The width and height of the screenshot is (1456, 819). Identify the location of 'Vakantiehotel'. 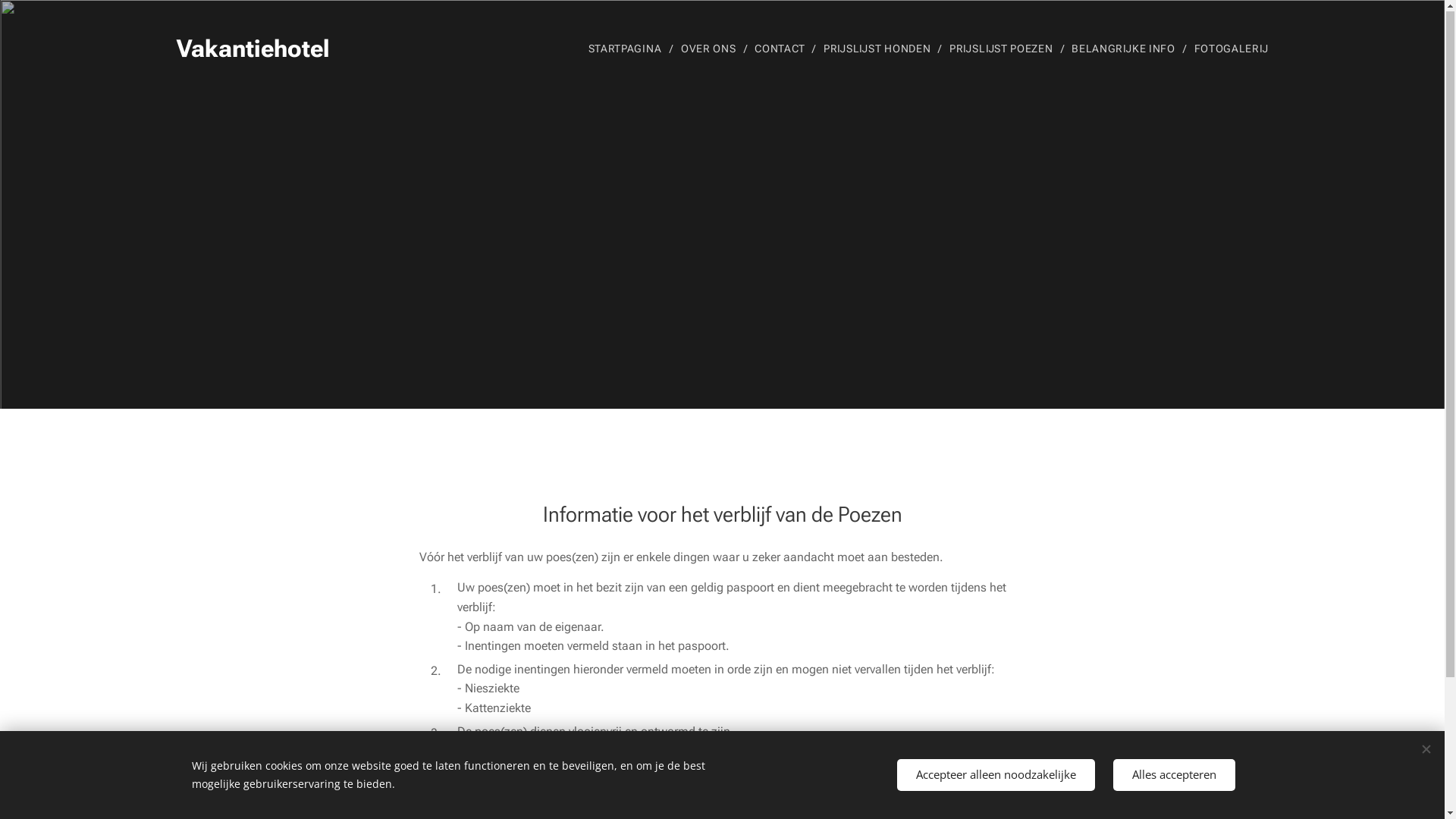
(252, 49).